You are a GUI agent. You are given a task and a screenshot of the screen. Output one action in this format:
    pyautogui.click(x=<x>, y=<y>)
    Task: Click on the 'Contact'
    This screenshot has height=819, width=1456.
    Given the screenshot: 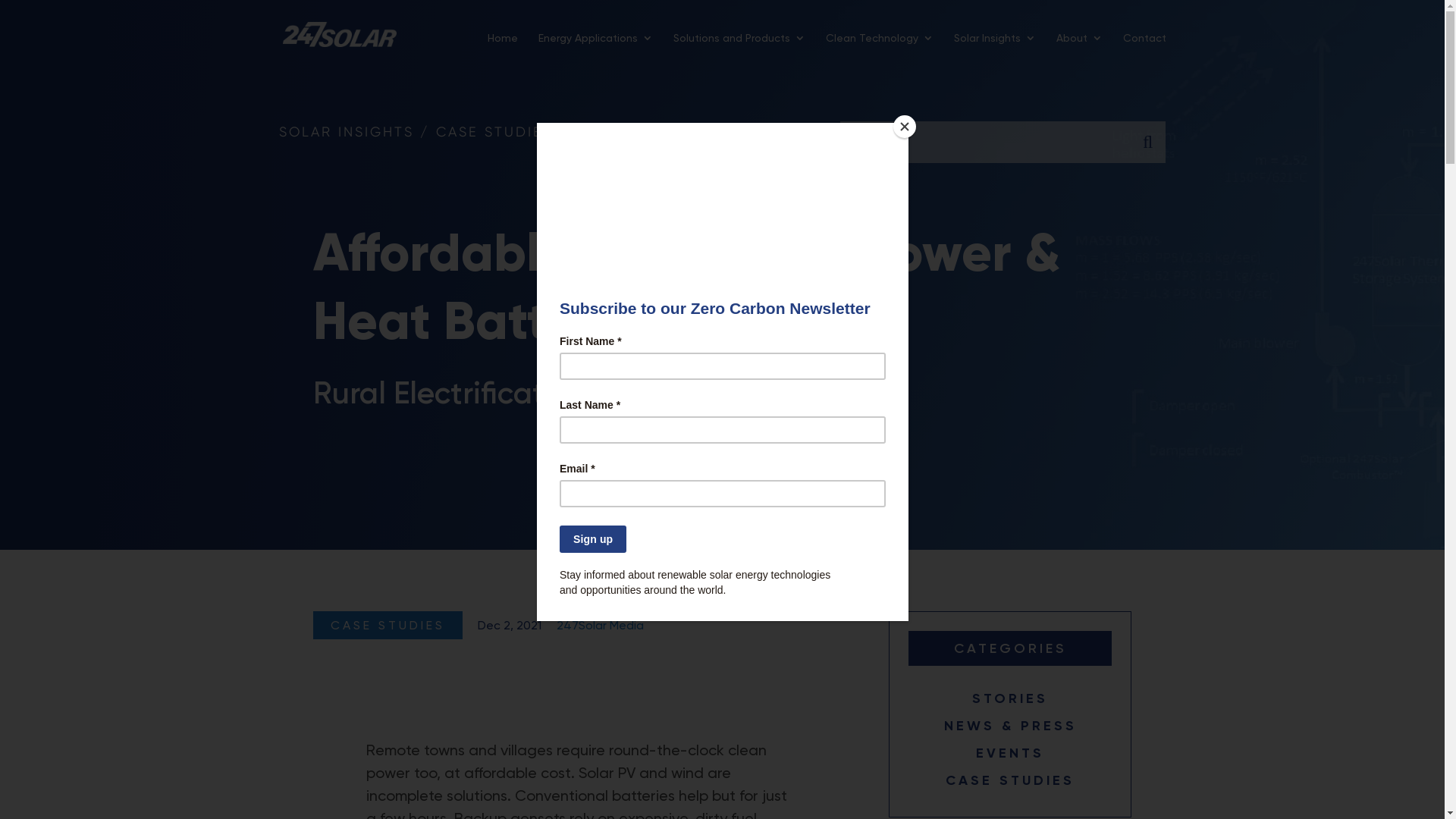 What is the action you would take?
    pyautogui.click(x=1144, y=49)
    